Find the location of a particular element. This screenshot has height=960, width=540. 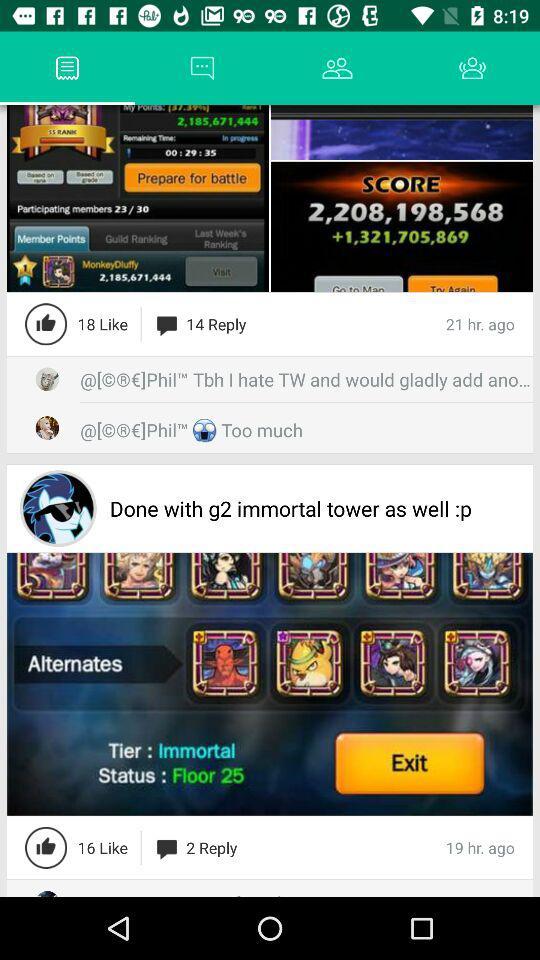

like the content is located at coordinates (46, 324).